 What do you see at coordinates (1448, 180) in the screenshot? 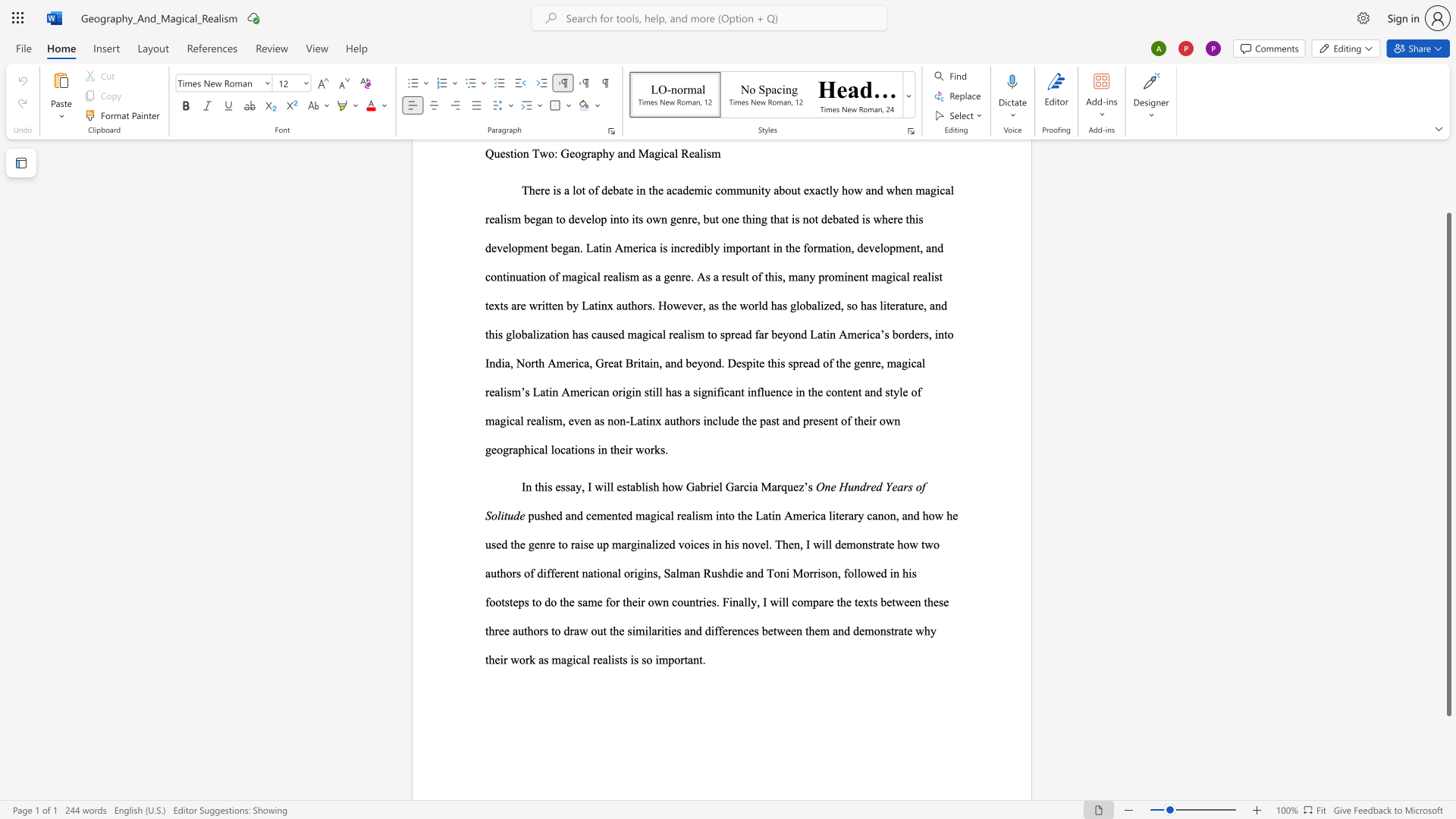
I see `the page's right scrollbar for upward movement` at bounding box center [1448, 180].